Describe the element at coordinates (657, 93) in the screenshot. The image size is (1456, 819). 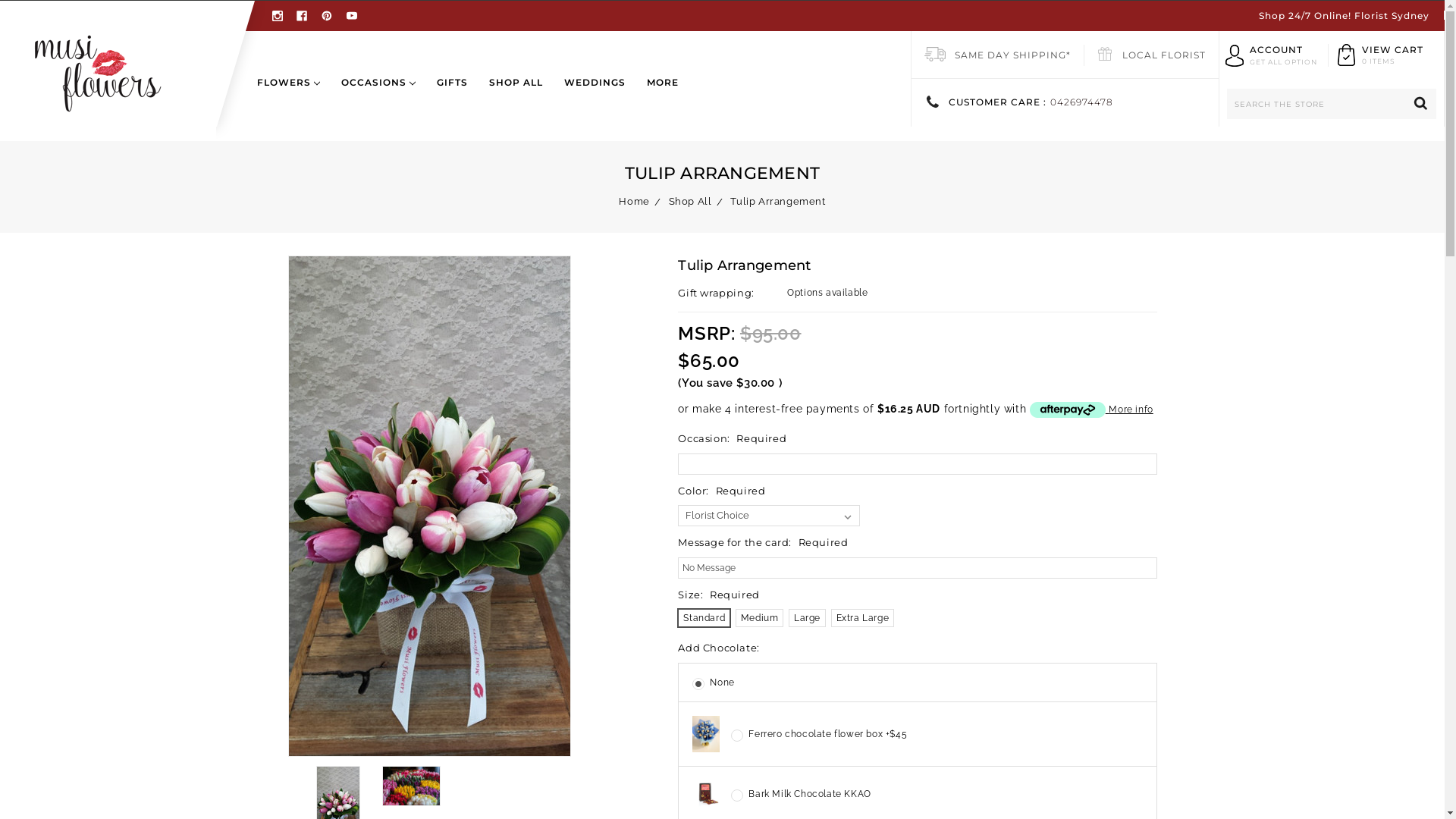
I see `'MORE'` at that location.